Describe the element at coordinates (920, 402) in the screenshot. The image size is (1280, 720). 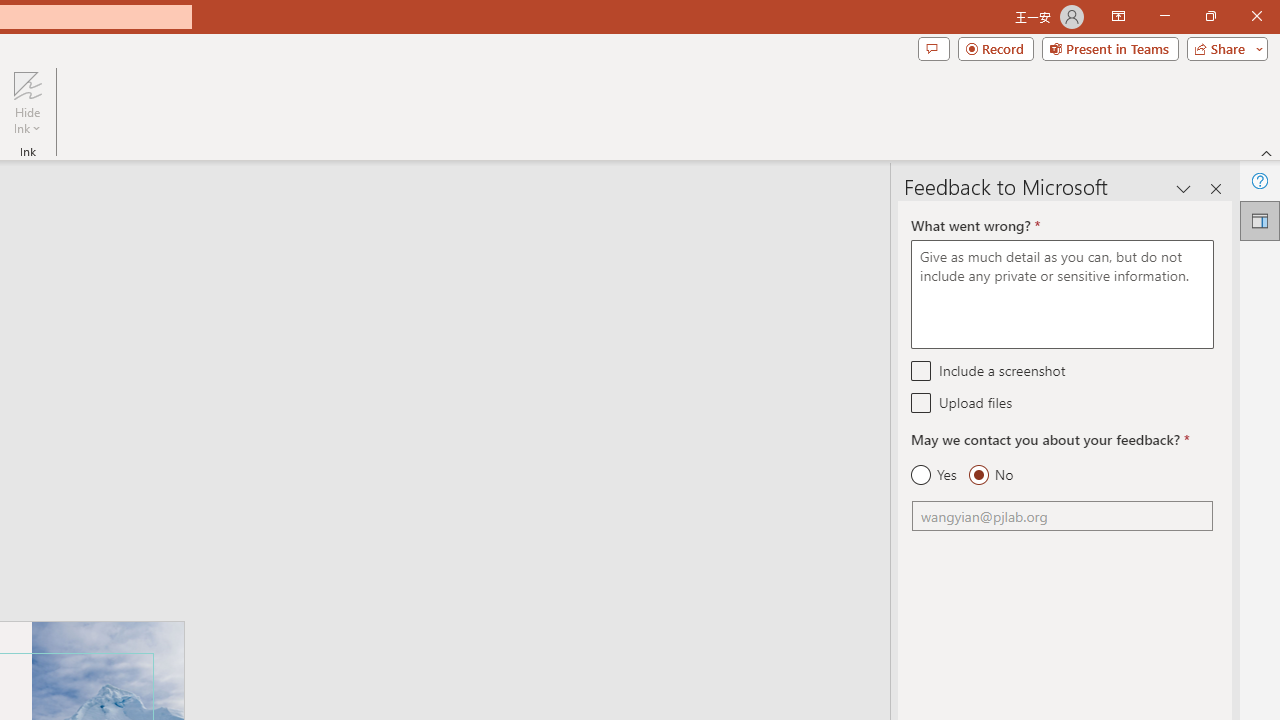
I see `'Upload files'` at that location.